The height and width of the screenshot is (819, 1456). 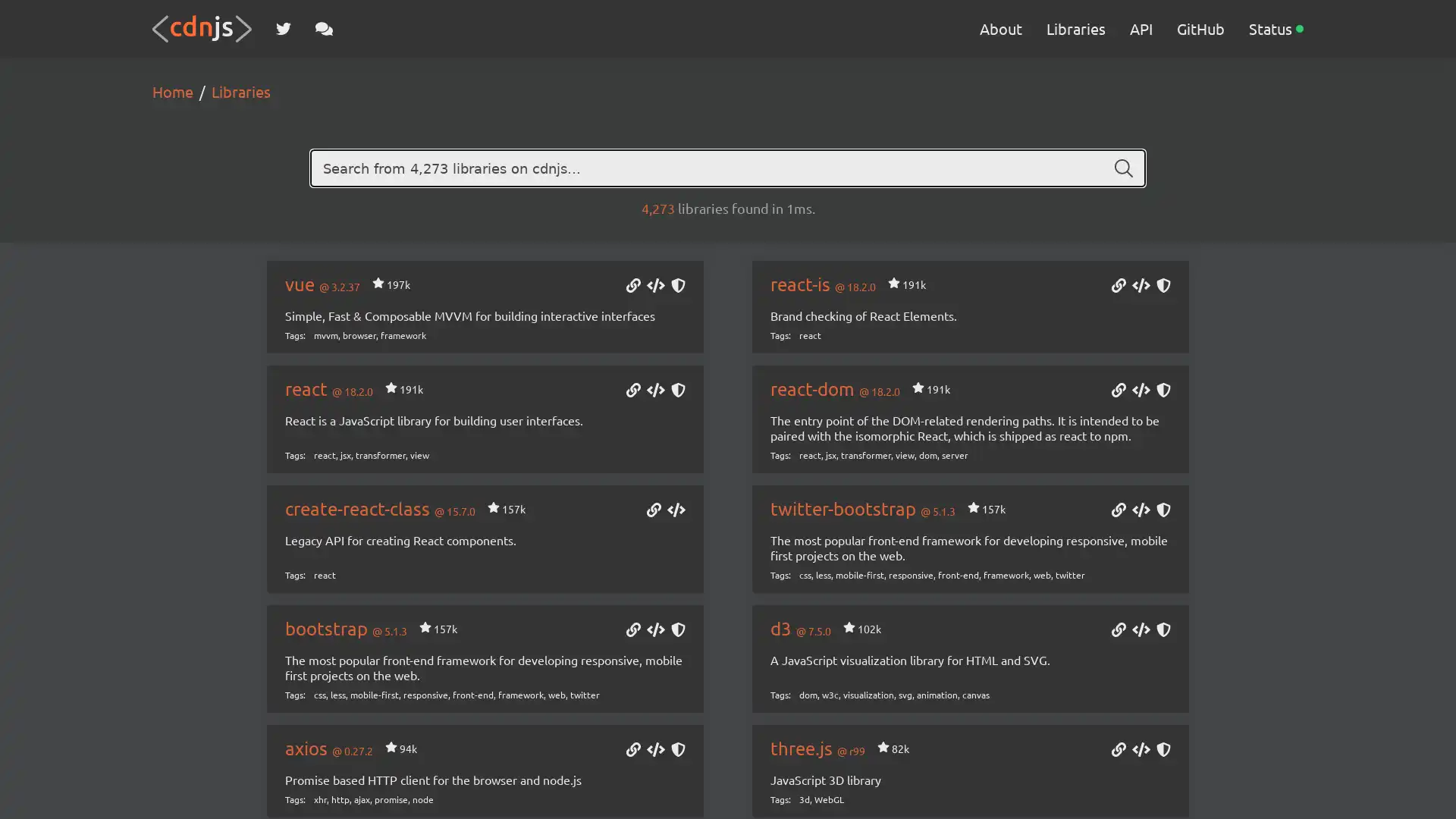 I want to click on Copy URL, so click(x=1118, y=631).